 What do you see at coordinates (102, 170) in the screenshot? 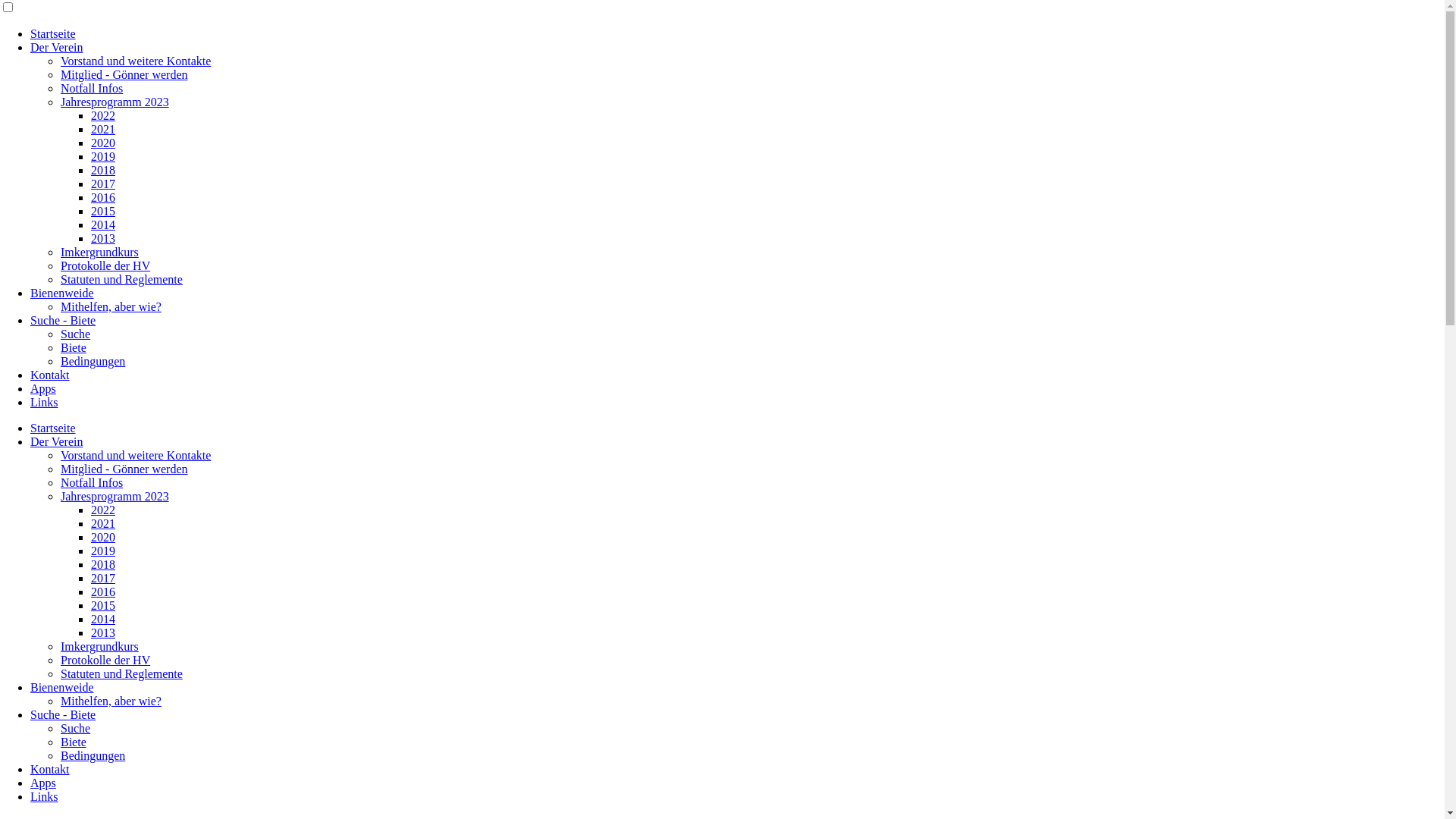
I see `'2018'` at bounding box center [102, 170].